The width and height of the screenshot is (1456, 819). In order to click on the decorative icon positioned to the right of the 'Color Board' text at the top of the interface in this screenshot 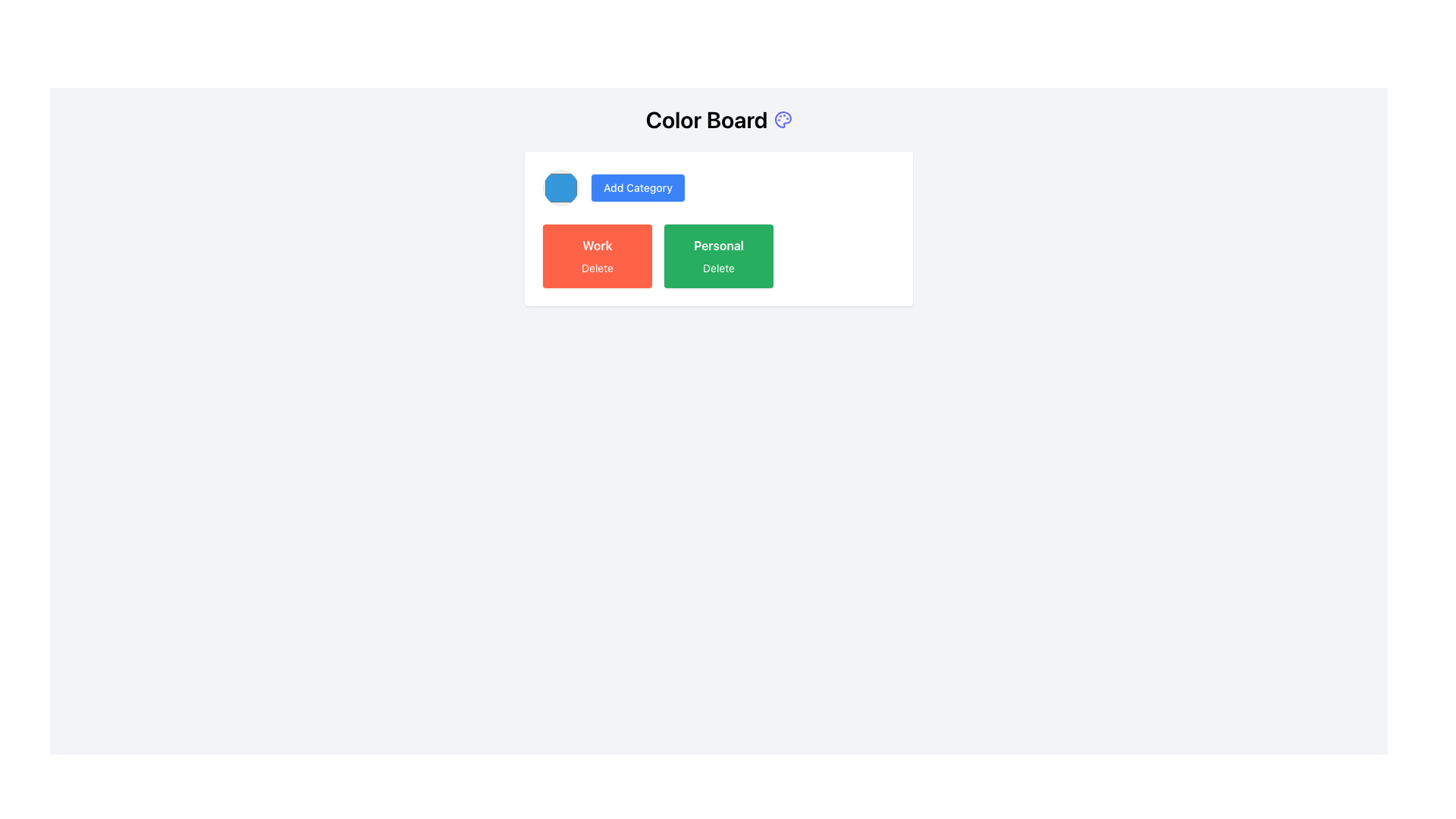, I will do `click(783, 119)`.